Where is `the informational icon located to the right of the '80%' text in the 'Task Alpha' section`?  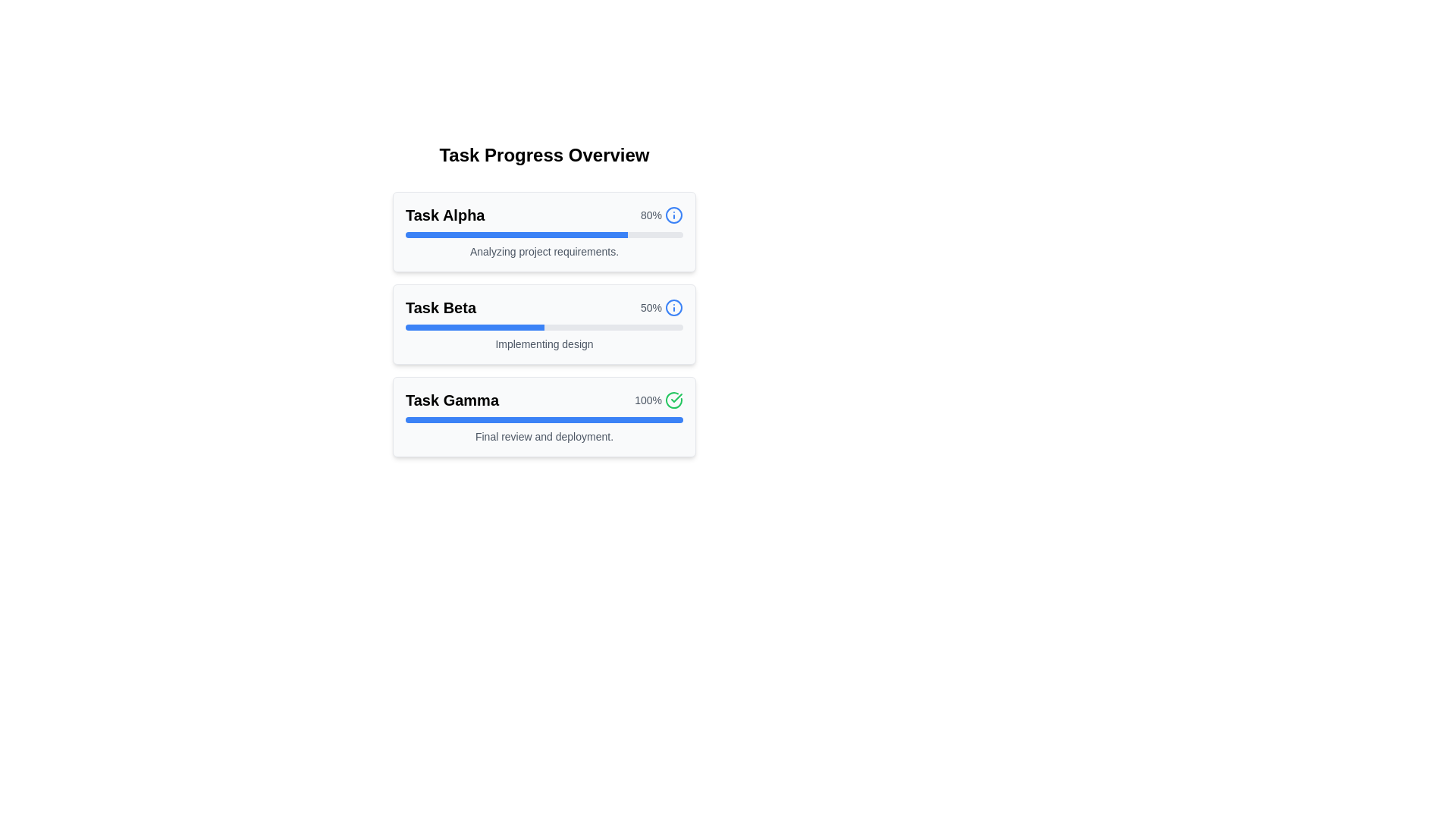 the informational icon located to the right of the '80%' text in the 'Task Alpha' section is located at coordinates (673, 215).